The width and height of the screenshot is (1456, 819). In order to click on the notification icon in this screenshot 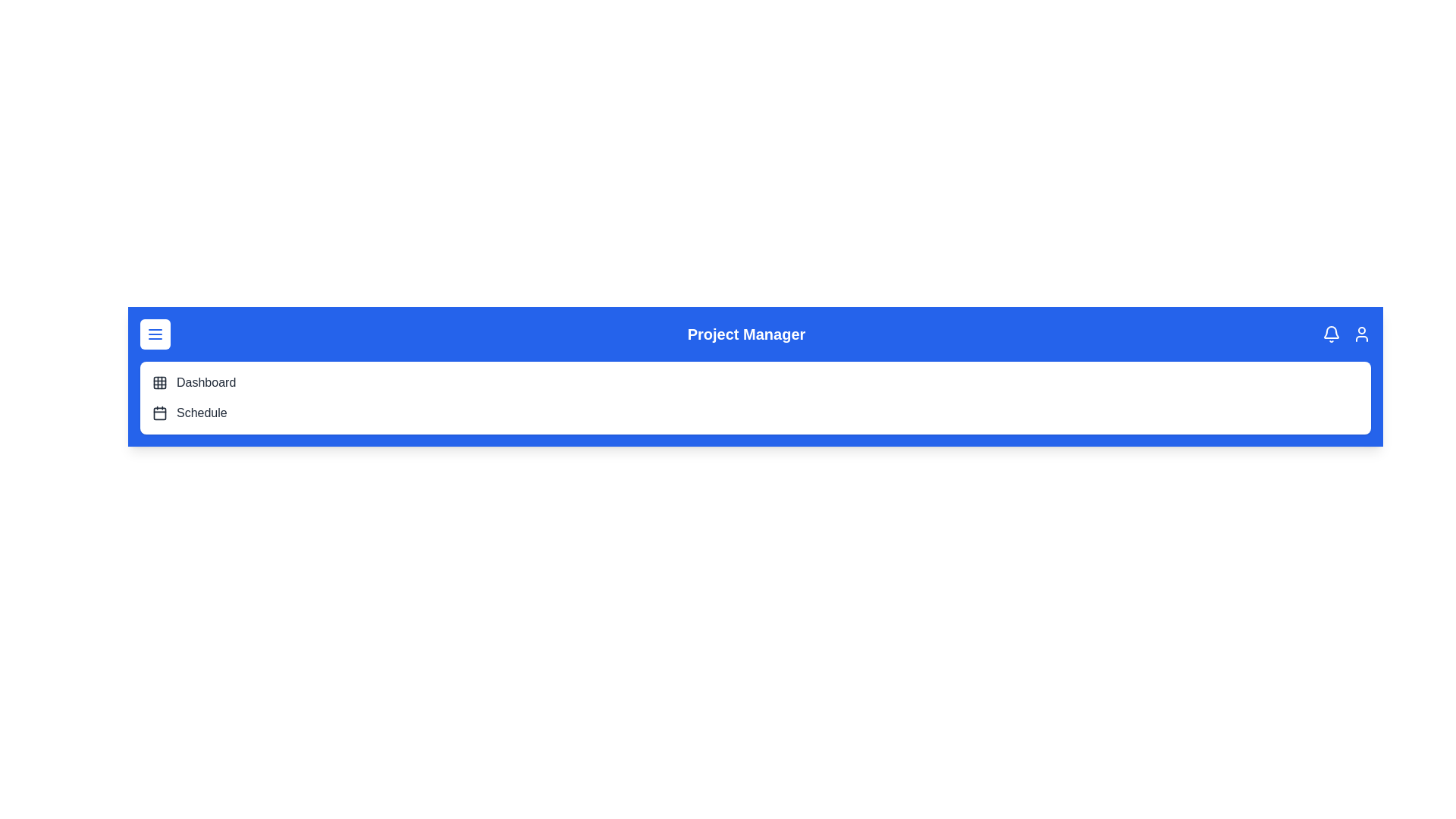, I will do `click(1331, 333)`.